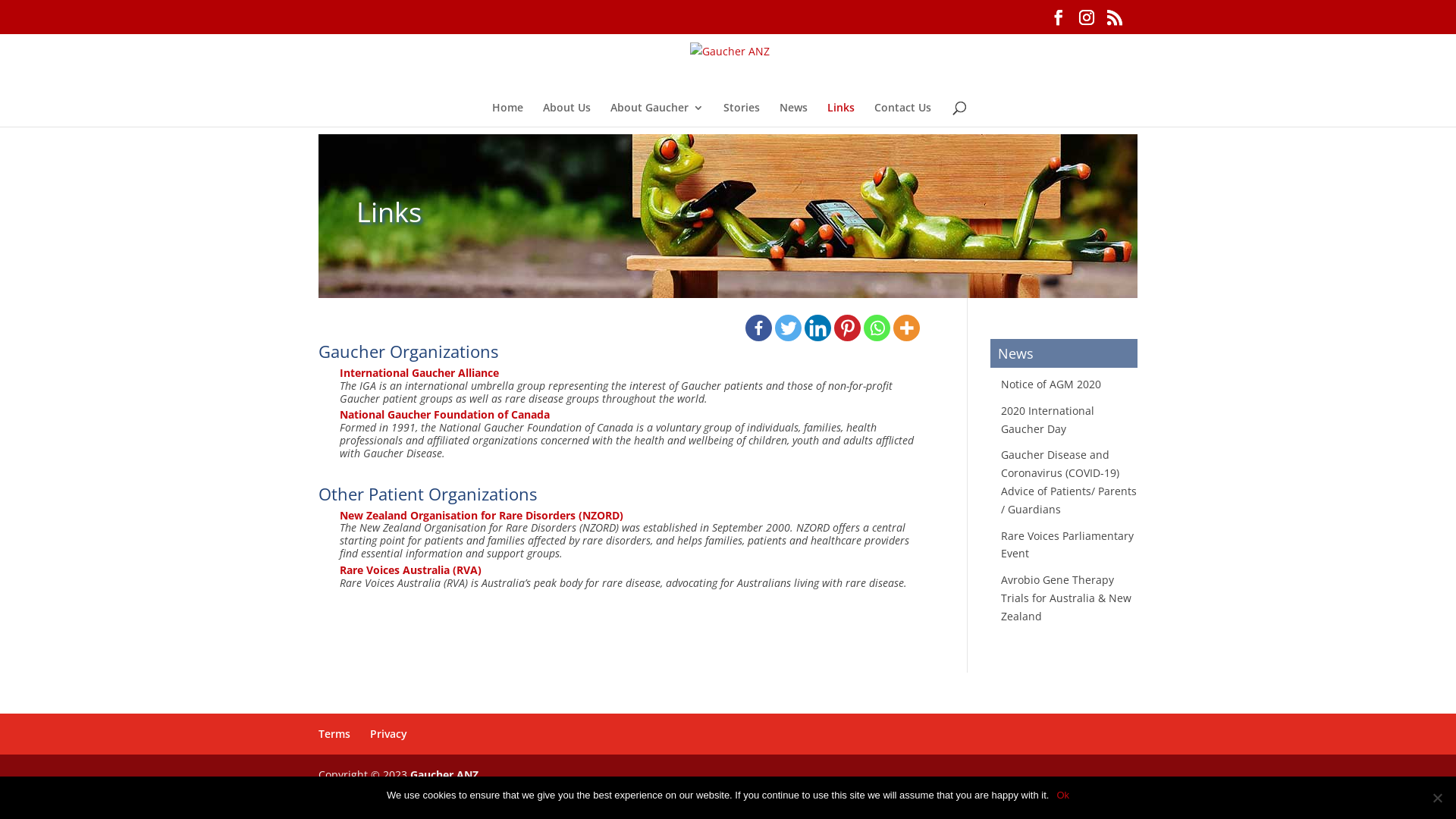 This screenshot has height=819, width=1456. I want to click on 'Facebook', so click(758, 327).